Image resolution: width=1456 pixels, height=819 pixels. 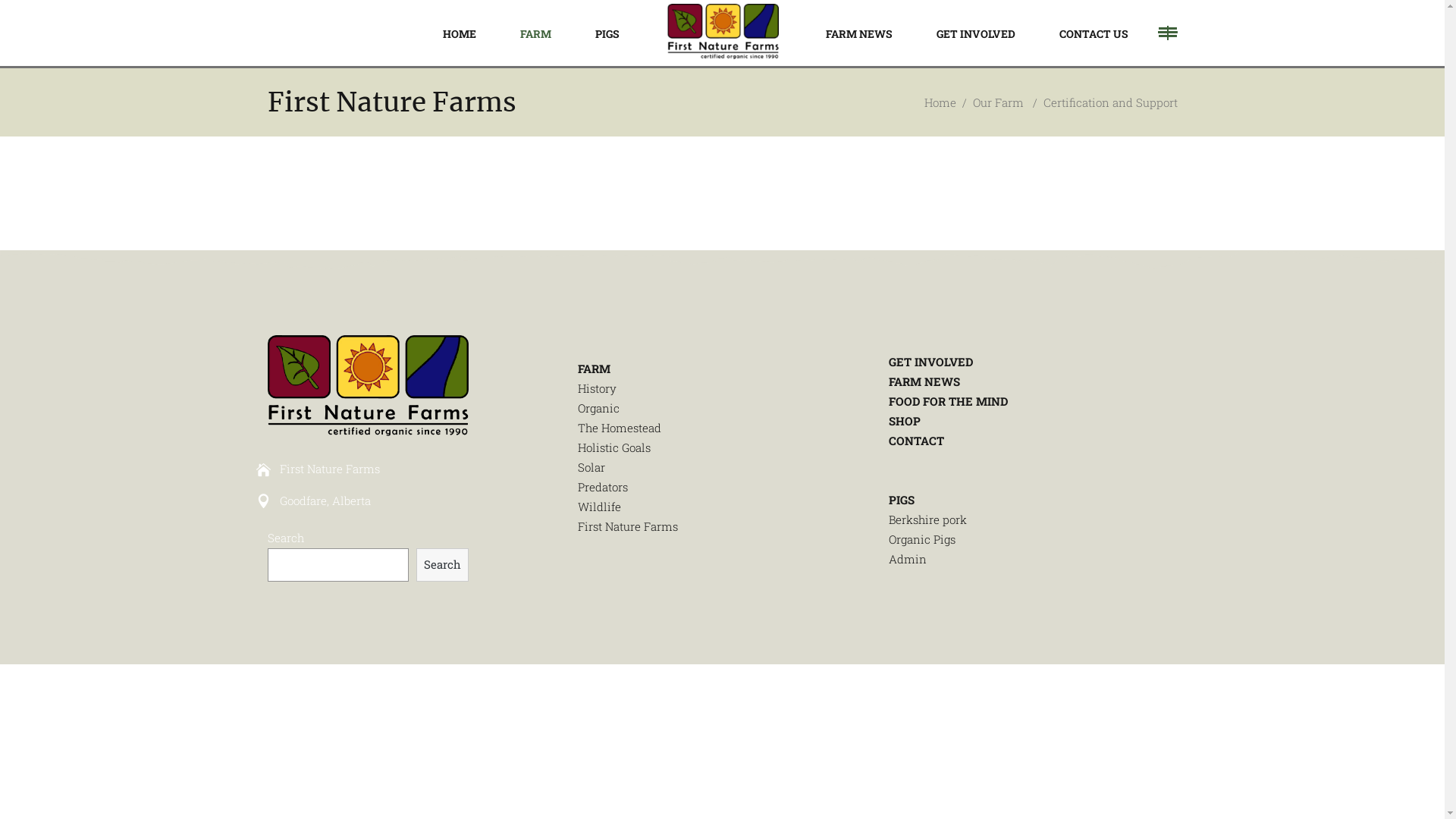 I want to click on 'Search', so click(x=442, y=564).